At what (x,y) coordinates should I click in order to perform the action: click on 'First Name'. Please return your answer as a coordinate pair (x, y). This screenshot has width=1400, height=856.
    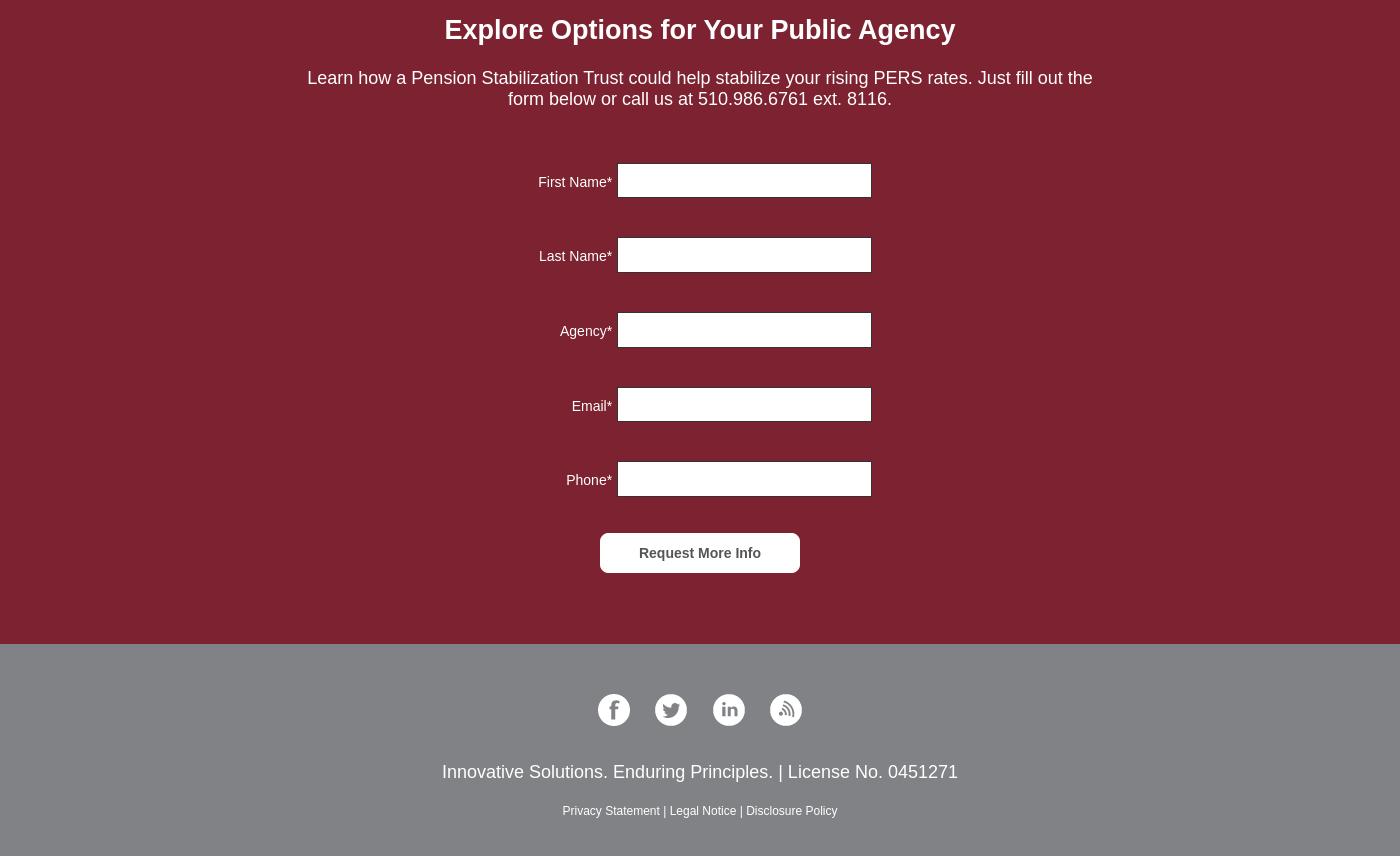
    Looking at the image, I should click on (538, 179).